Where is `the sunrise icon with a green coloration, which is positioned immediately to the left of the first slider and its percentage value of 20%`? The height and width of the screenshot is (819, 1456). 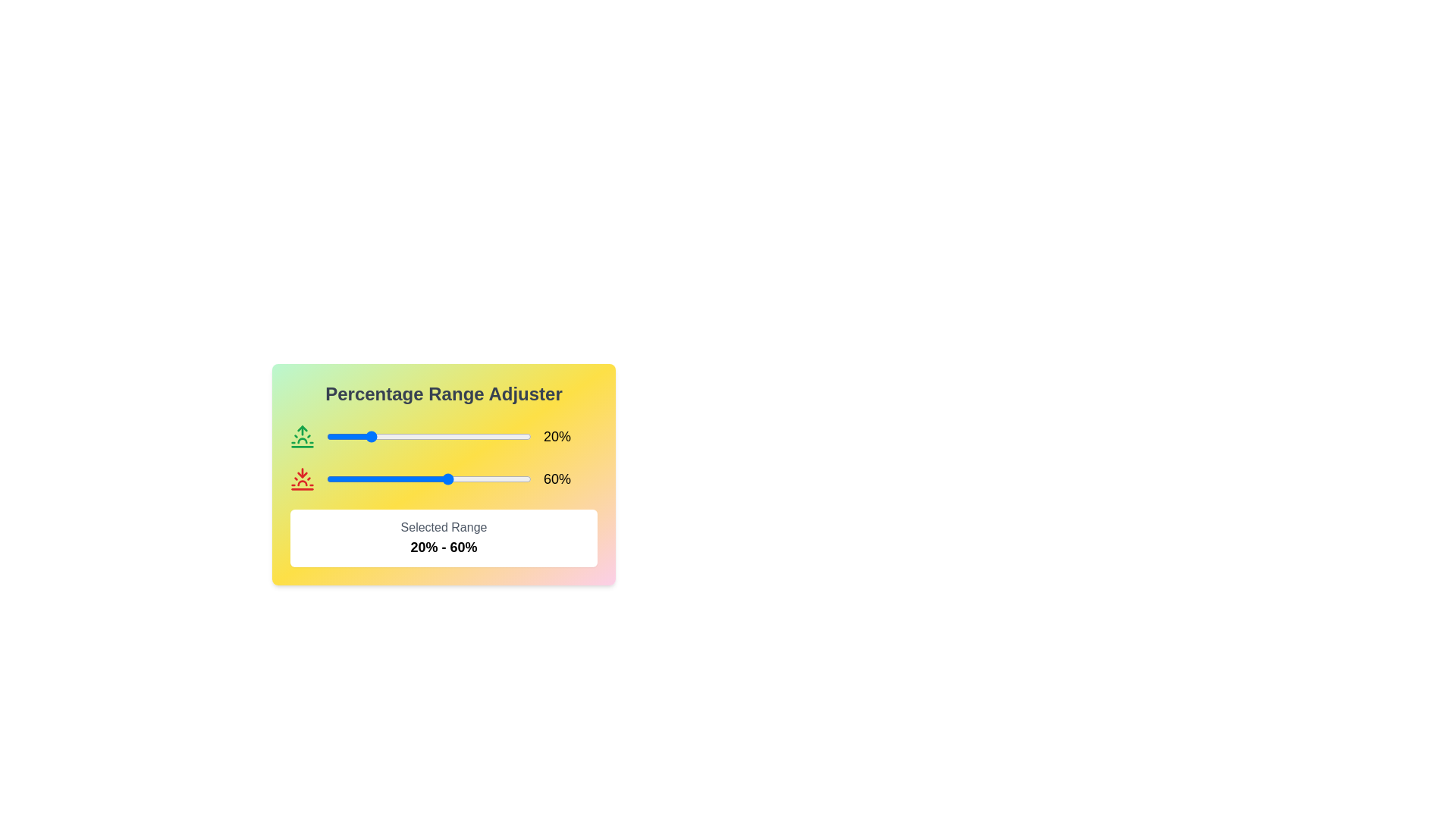
the sunrise icon with a green coloration, which is positioned immediately to the left of the first slider and its percentage value of 20% is located at coordinates (302, 436).